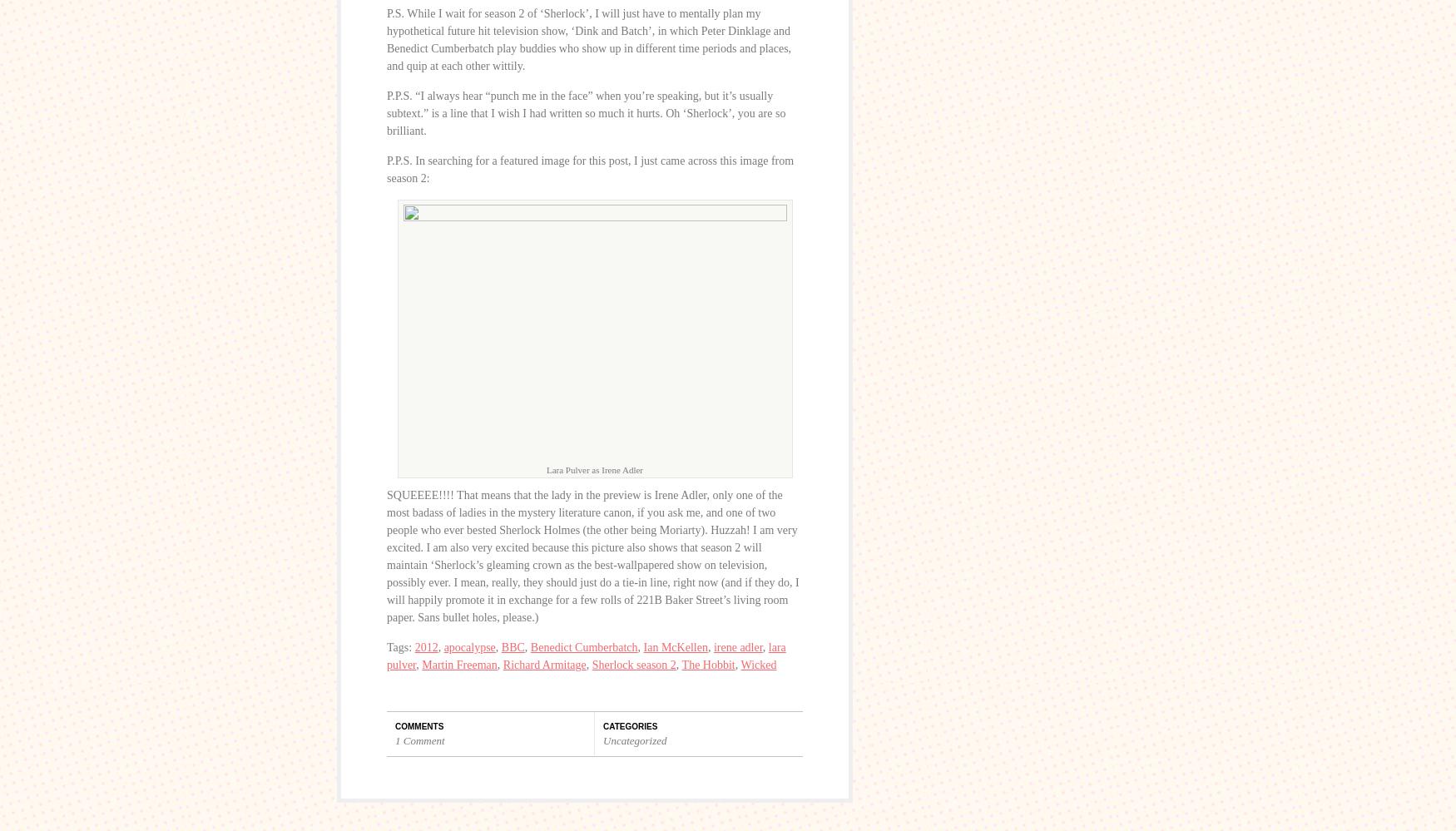  Describe the element at coordinates (513, 647) in the screenshot. I see `'BBC'` at that location.